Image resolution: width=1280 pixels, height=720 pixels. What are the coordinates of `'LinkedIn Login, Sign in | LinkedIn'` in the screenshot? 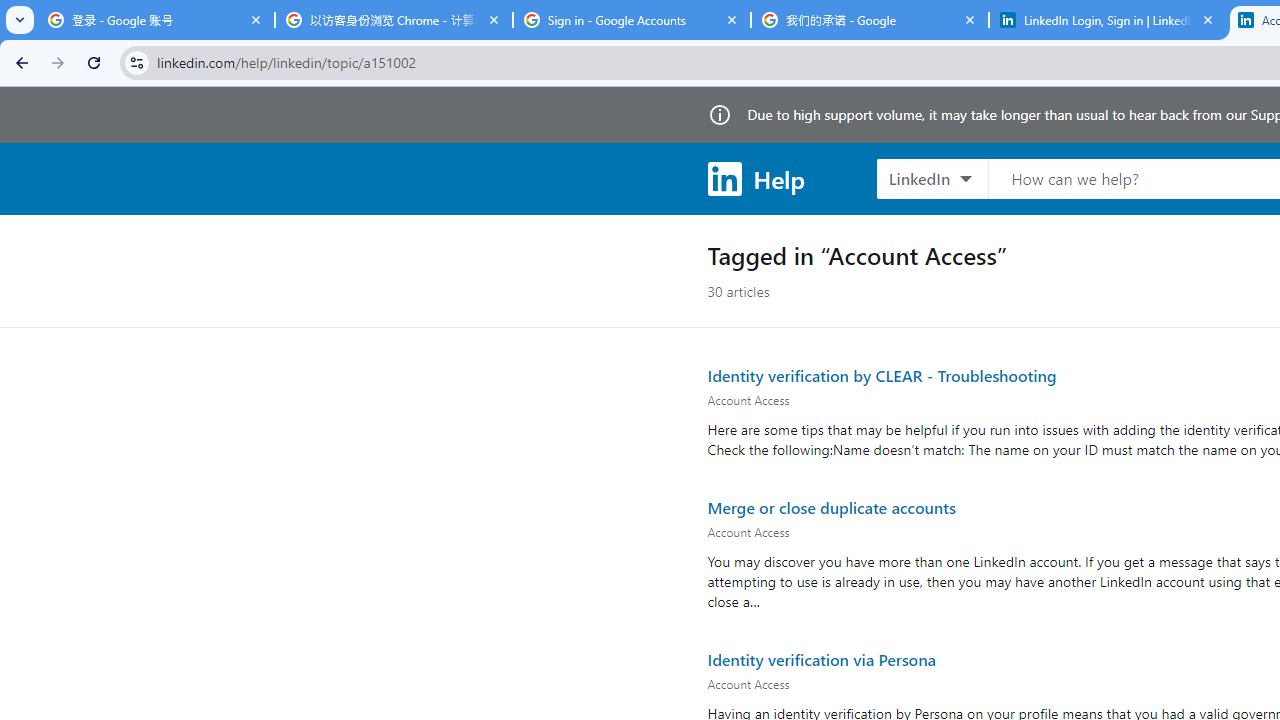 It's located at (1107, 20).